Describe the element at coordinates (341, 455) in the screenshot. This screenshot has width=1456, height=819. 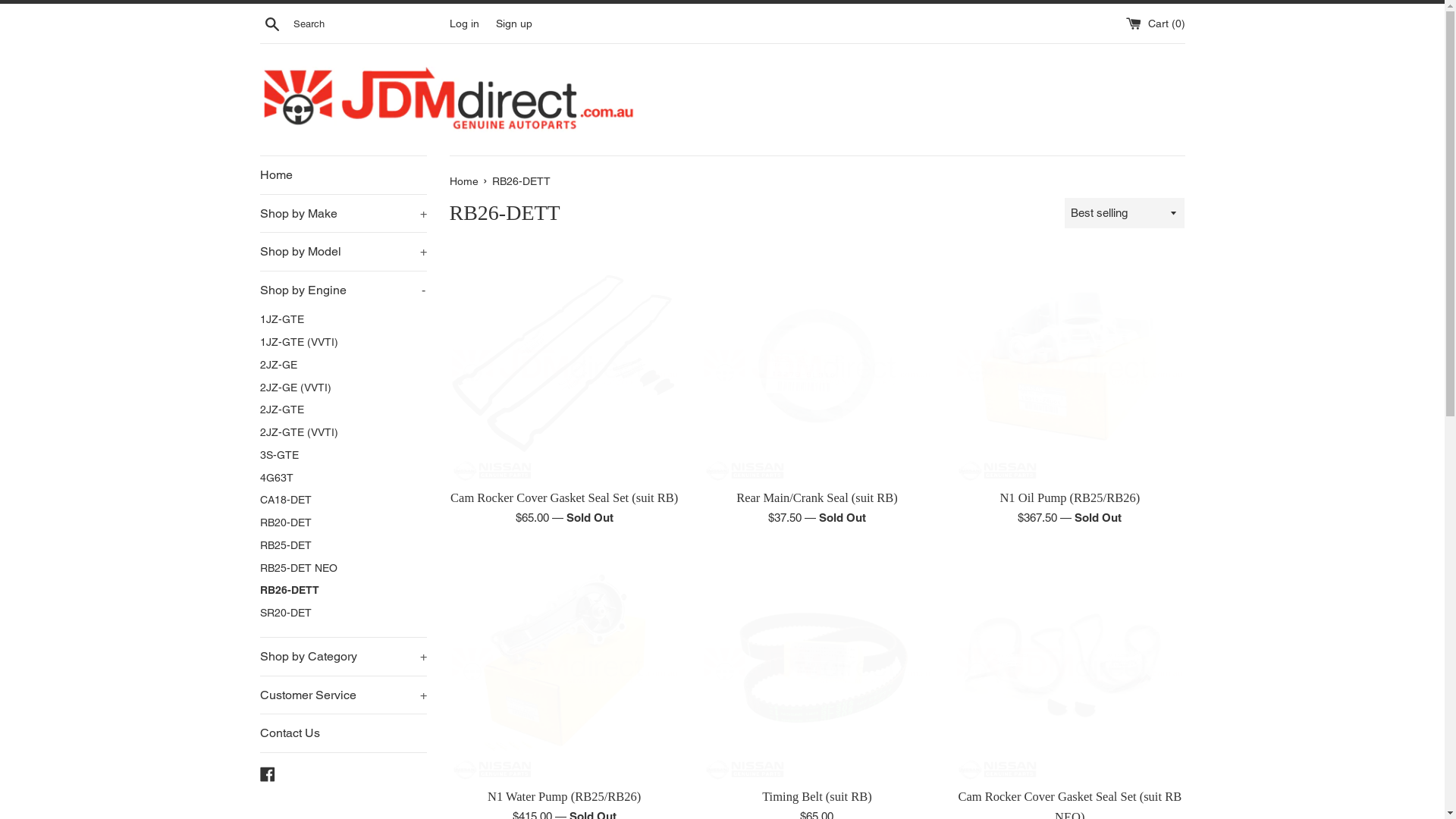
I see `'3S-GTE'` at that location.